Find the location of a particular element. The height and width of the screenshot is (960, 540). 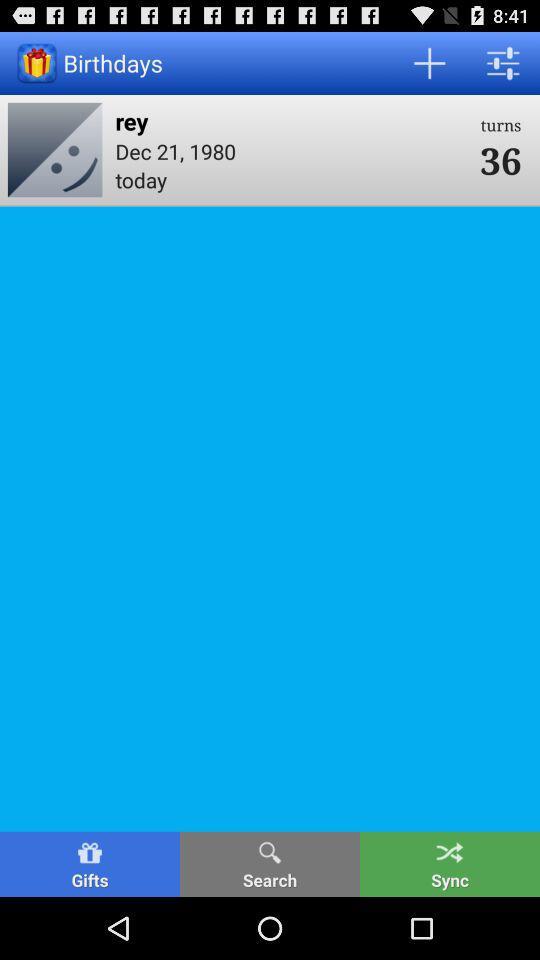

the app below the today item is located at coordinates (270, 863).